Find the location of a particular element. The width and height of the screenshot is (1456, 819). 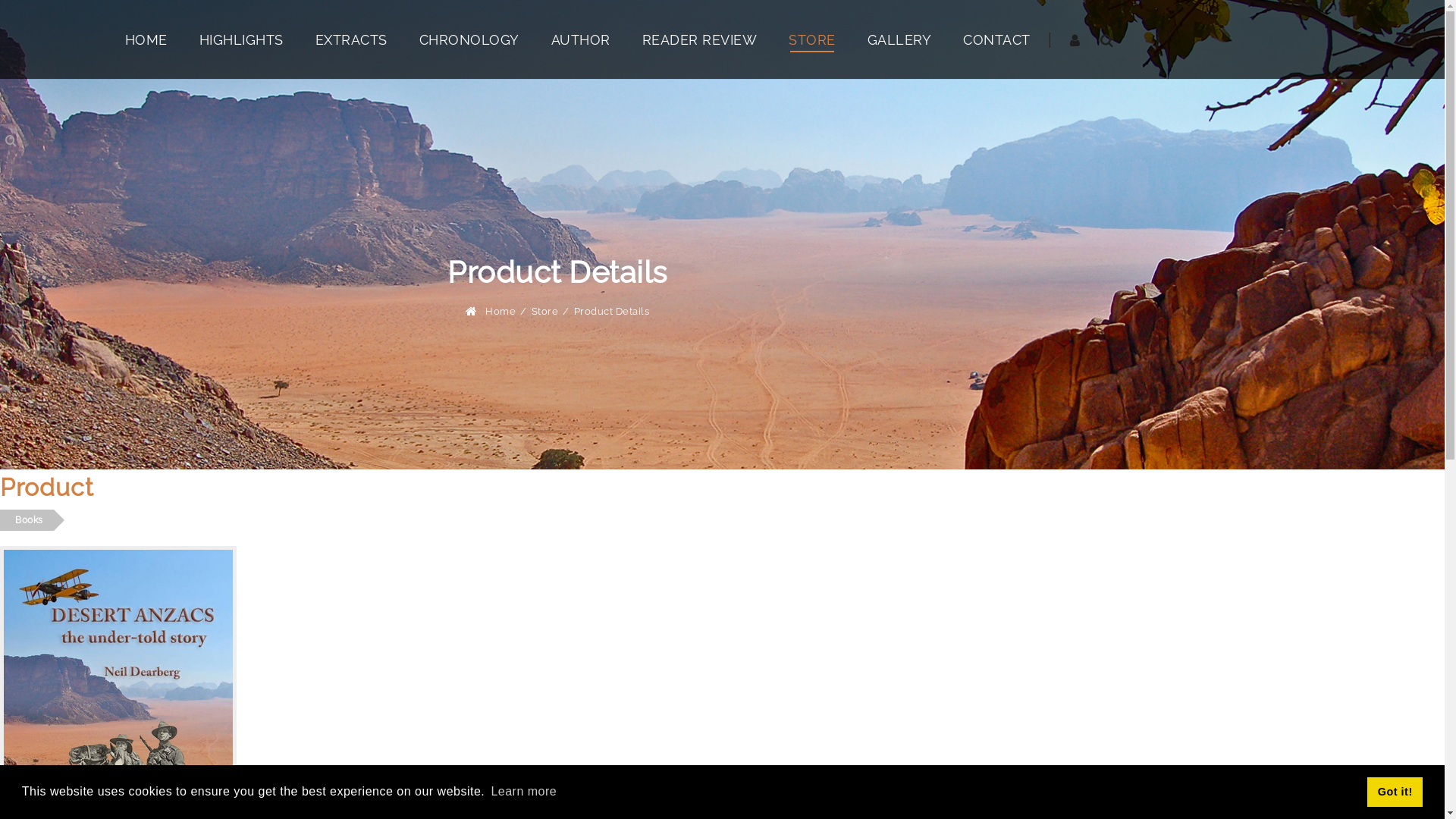

'HOME' is located at coordinates (146, 38).